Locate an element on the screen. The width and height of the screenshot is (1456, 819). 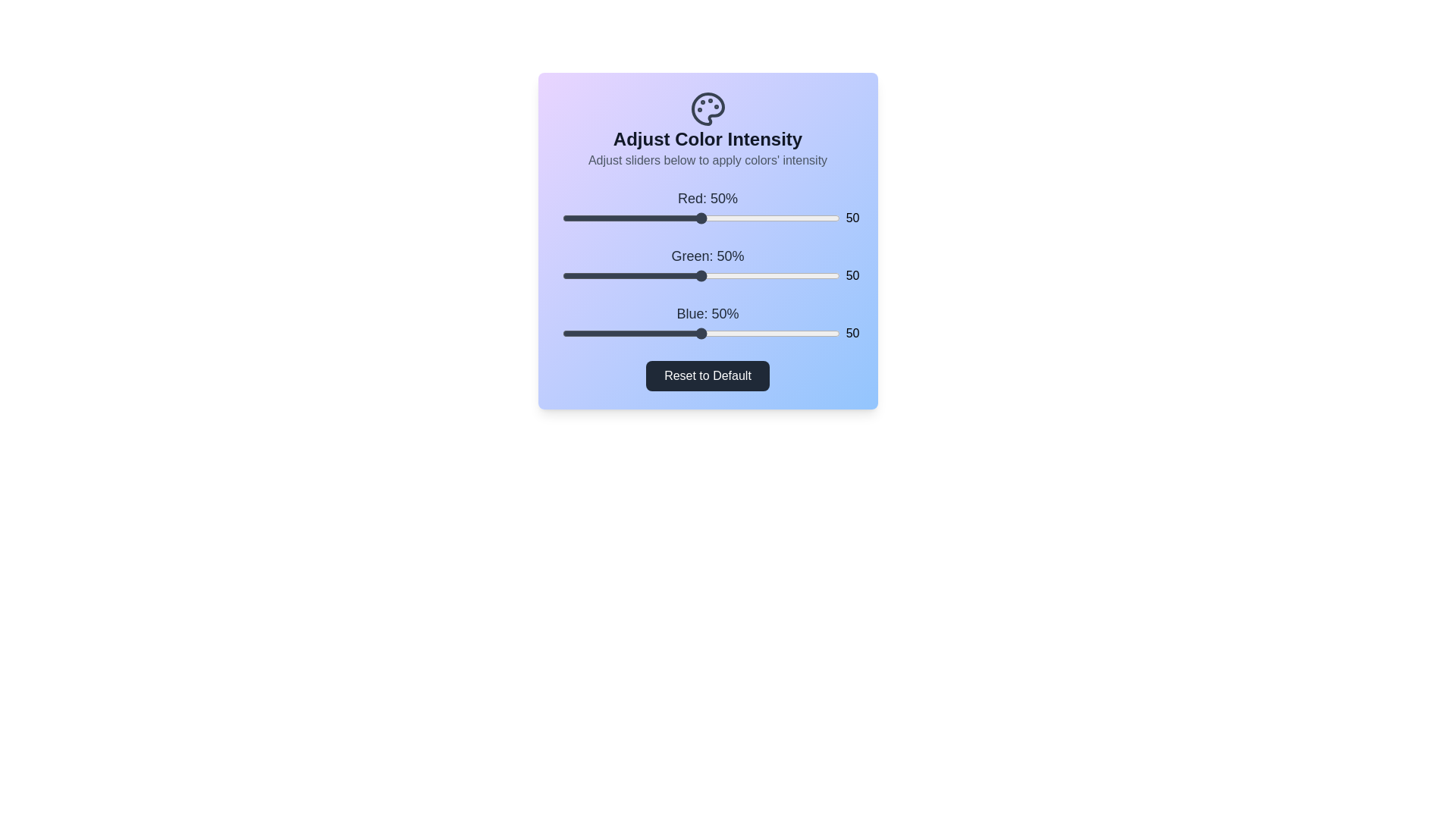
the 1 slider to 32% is located at coordinates (651, 275).